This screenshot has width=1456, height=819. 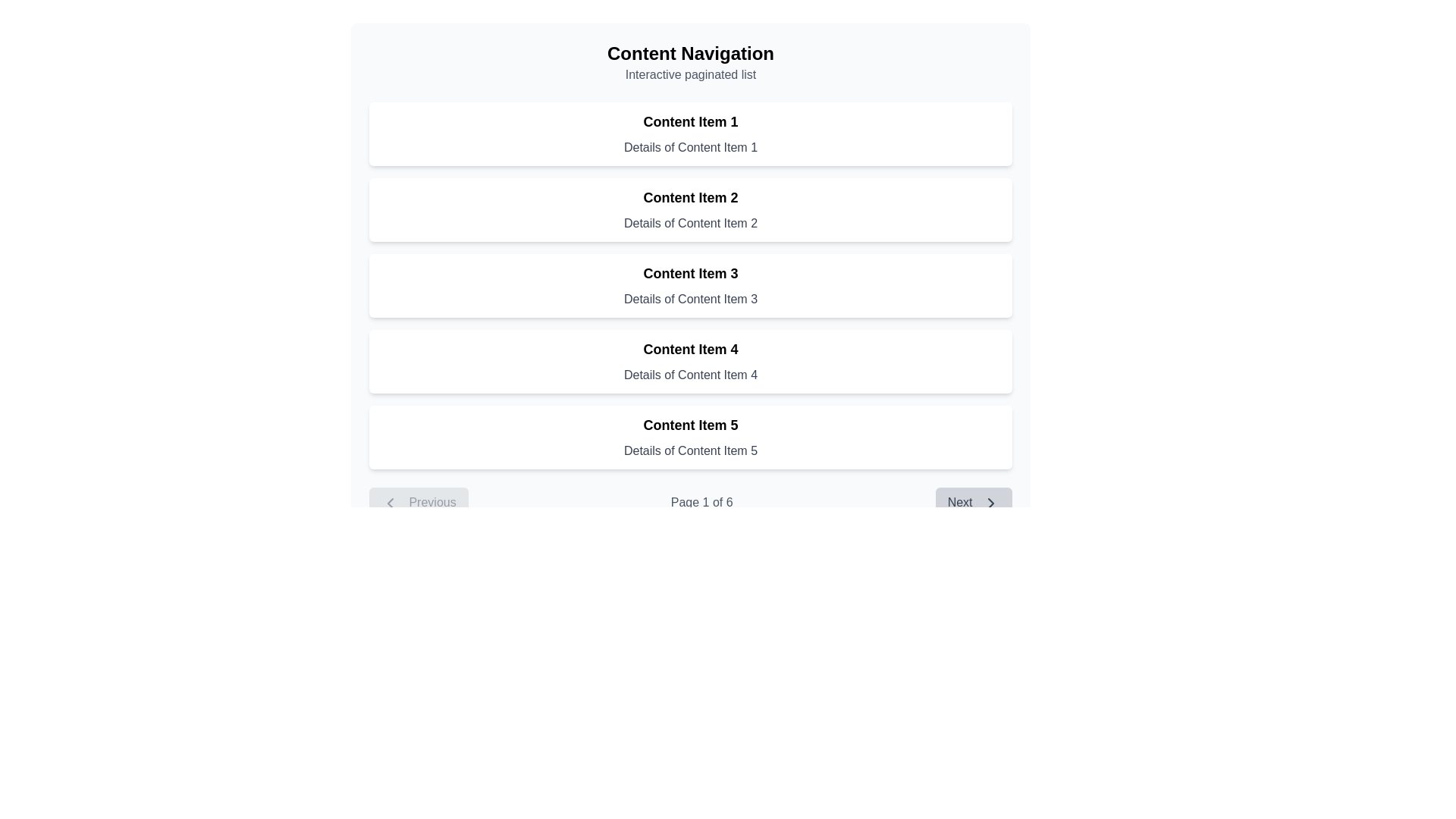 I want to click on the static text label providing additional descriptive information about 'Content Item 1', which is the second line of text in the first block under this title, so click(x=690, y=148).